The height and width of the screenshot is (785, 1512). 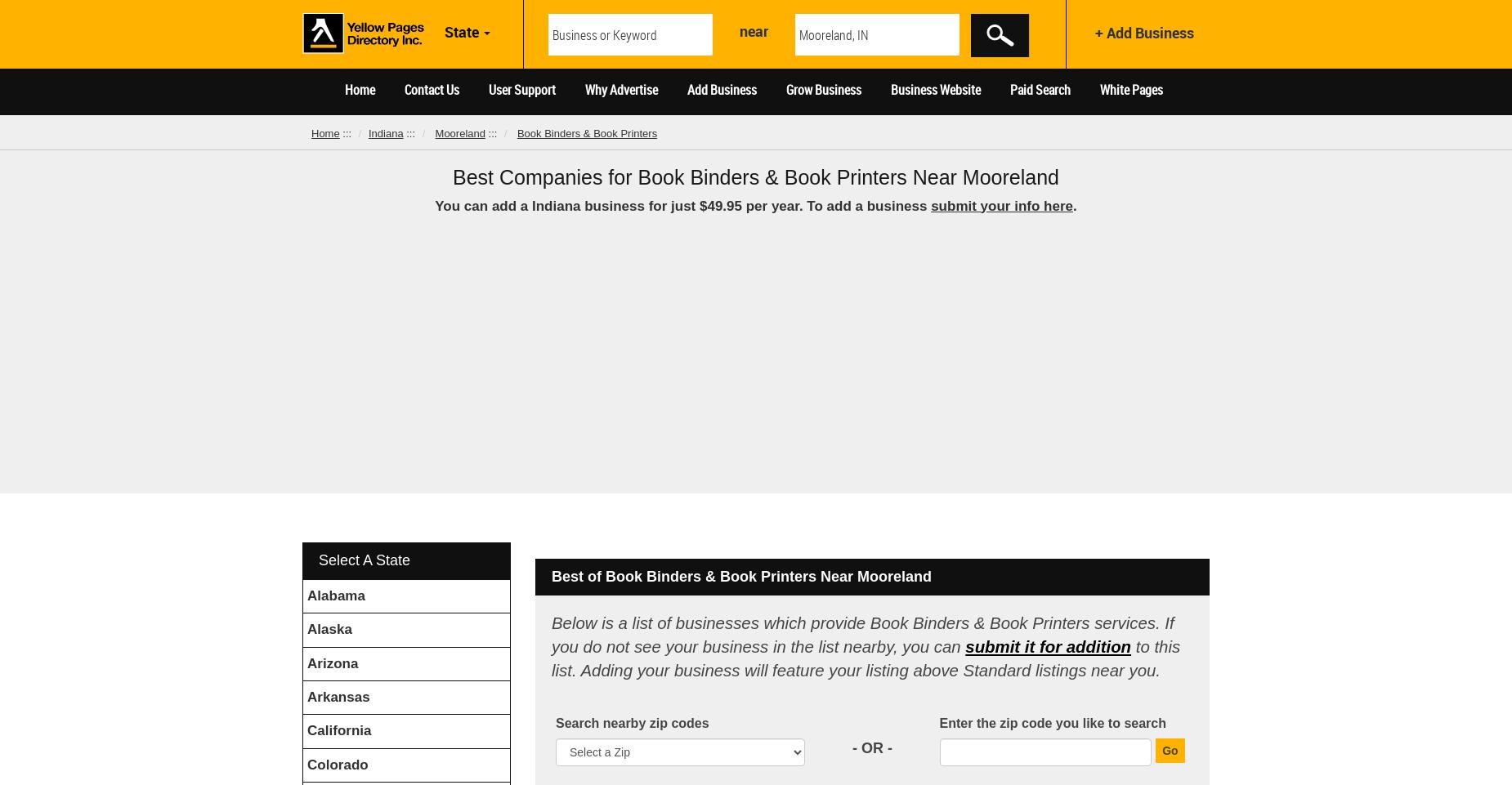 What do you see at coordinates (632, 721) in the screenshot?
I see `'Search nearby zip codes'` at bounding box center [632, 721].